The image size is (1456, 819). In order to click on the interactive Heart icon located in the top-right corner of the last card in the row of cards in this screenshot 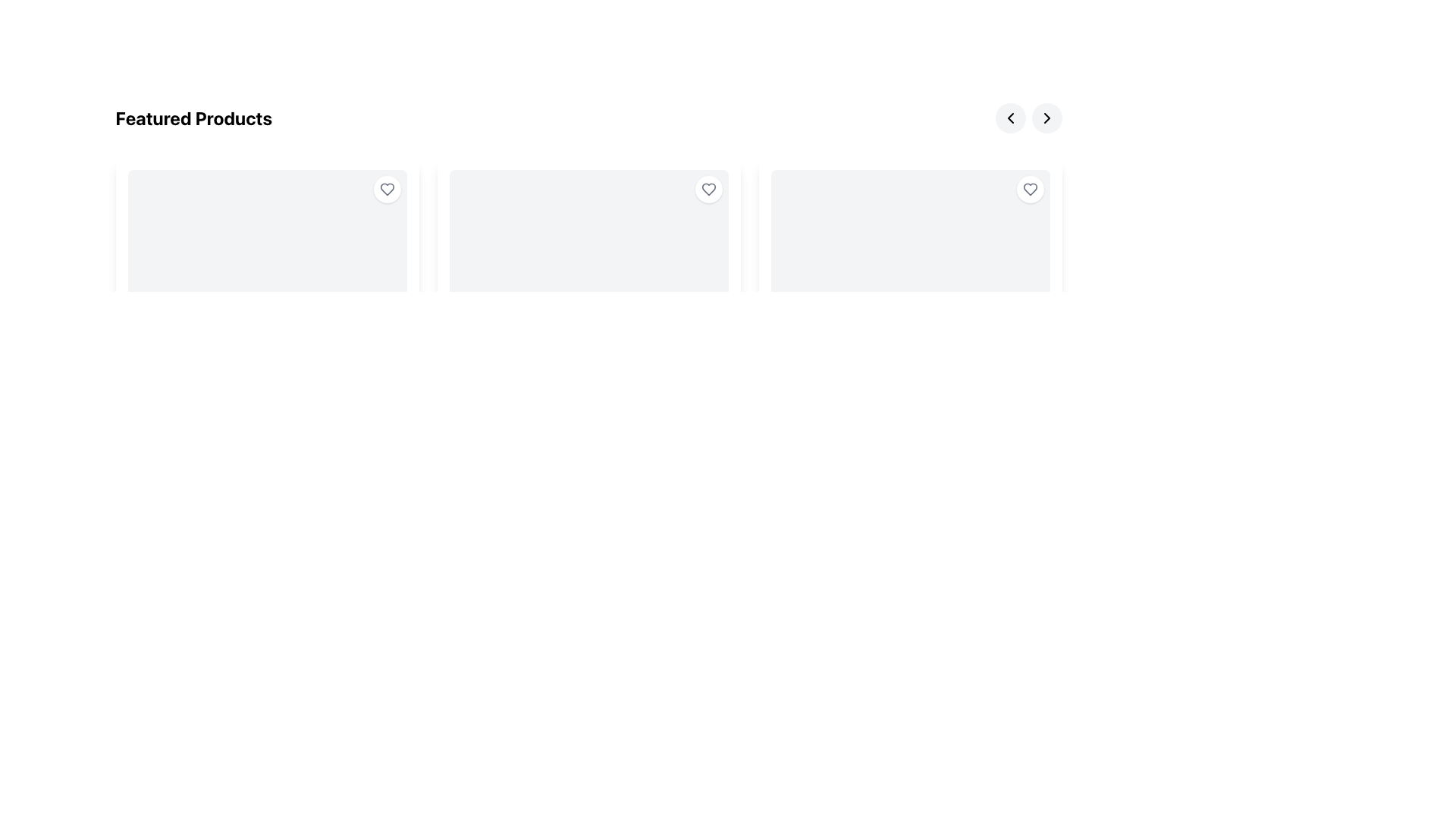, I will do `click(1030, 189)`.